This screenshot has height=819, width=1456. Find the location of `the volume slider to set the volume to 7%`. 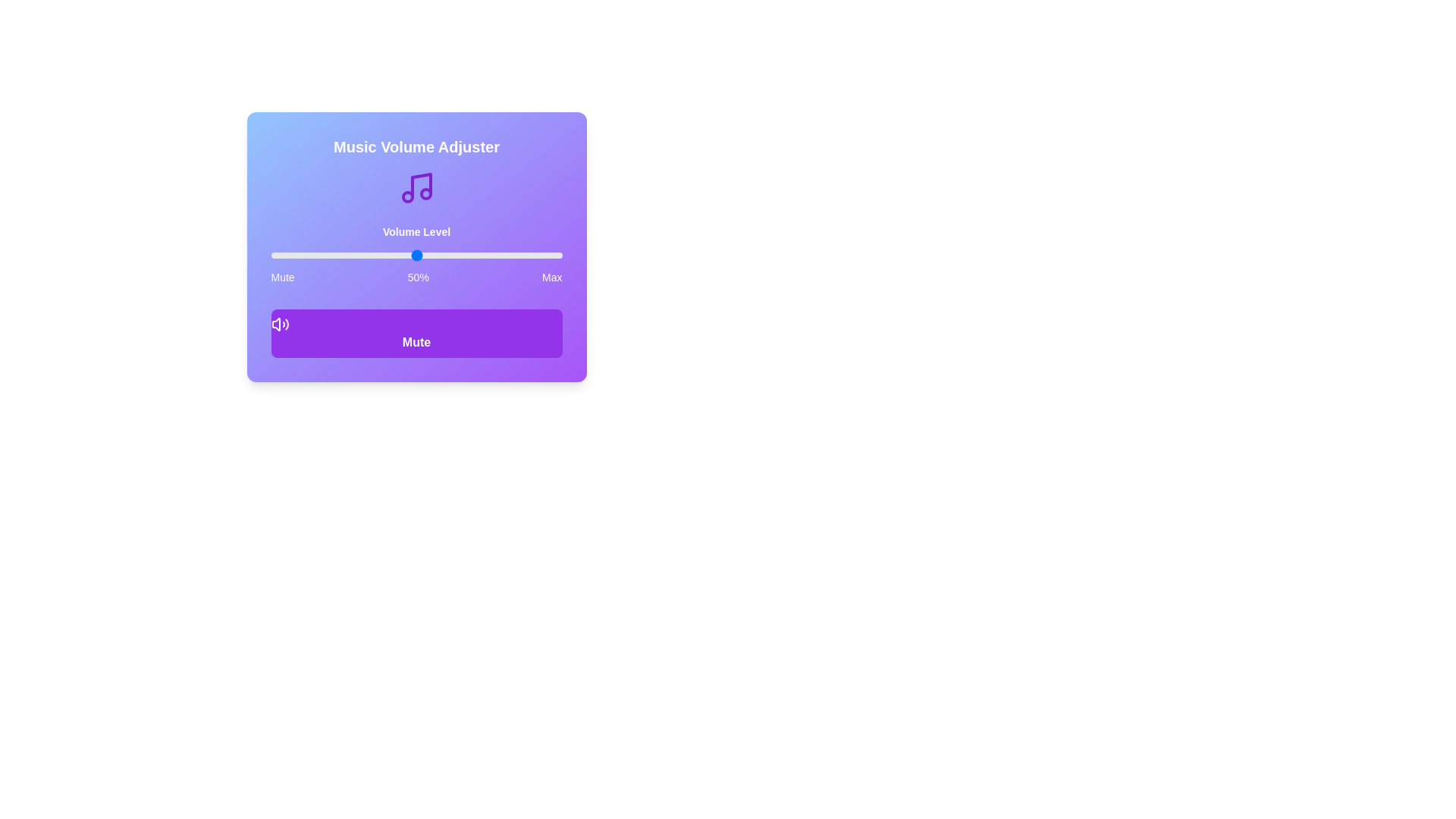

the volume slider to set the volume to 7% is located at coordinates (291, 254).